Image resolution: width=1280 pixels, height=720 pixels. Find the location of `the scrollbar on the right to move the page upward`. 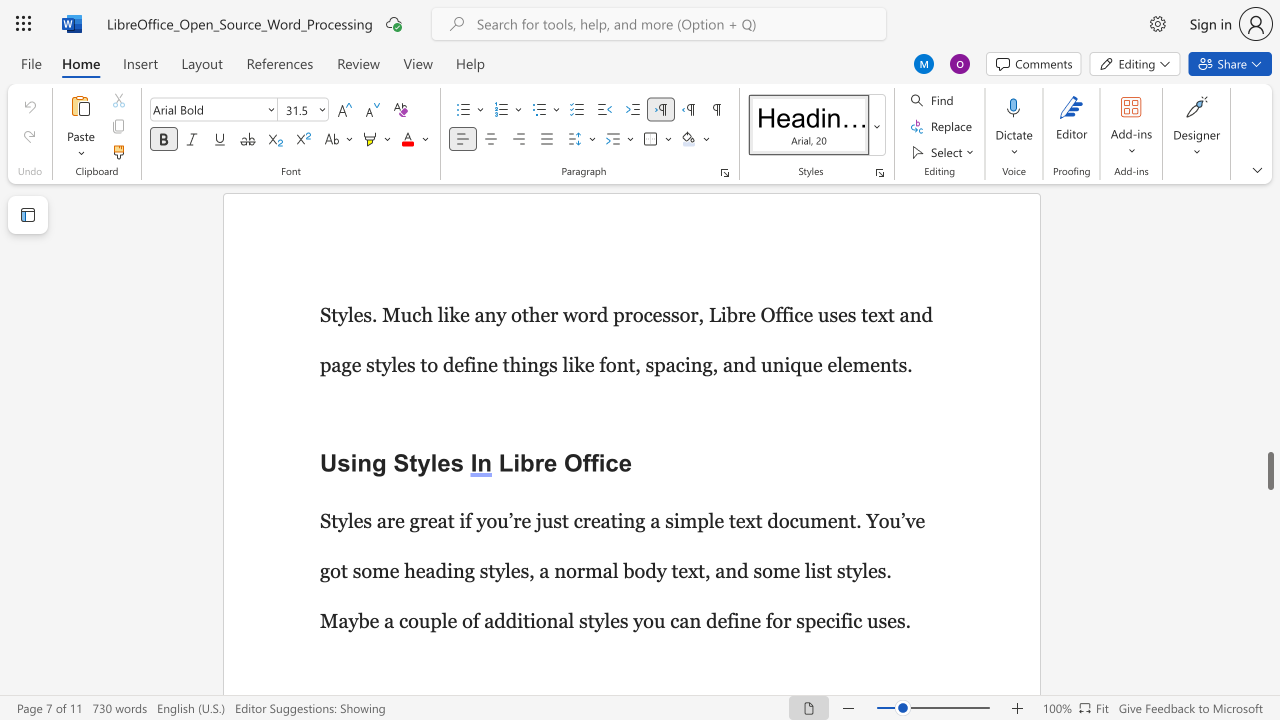

the scrollbar on the right to move the page upward is located at coordinates (1269, 400).